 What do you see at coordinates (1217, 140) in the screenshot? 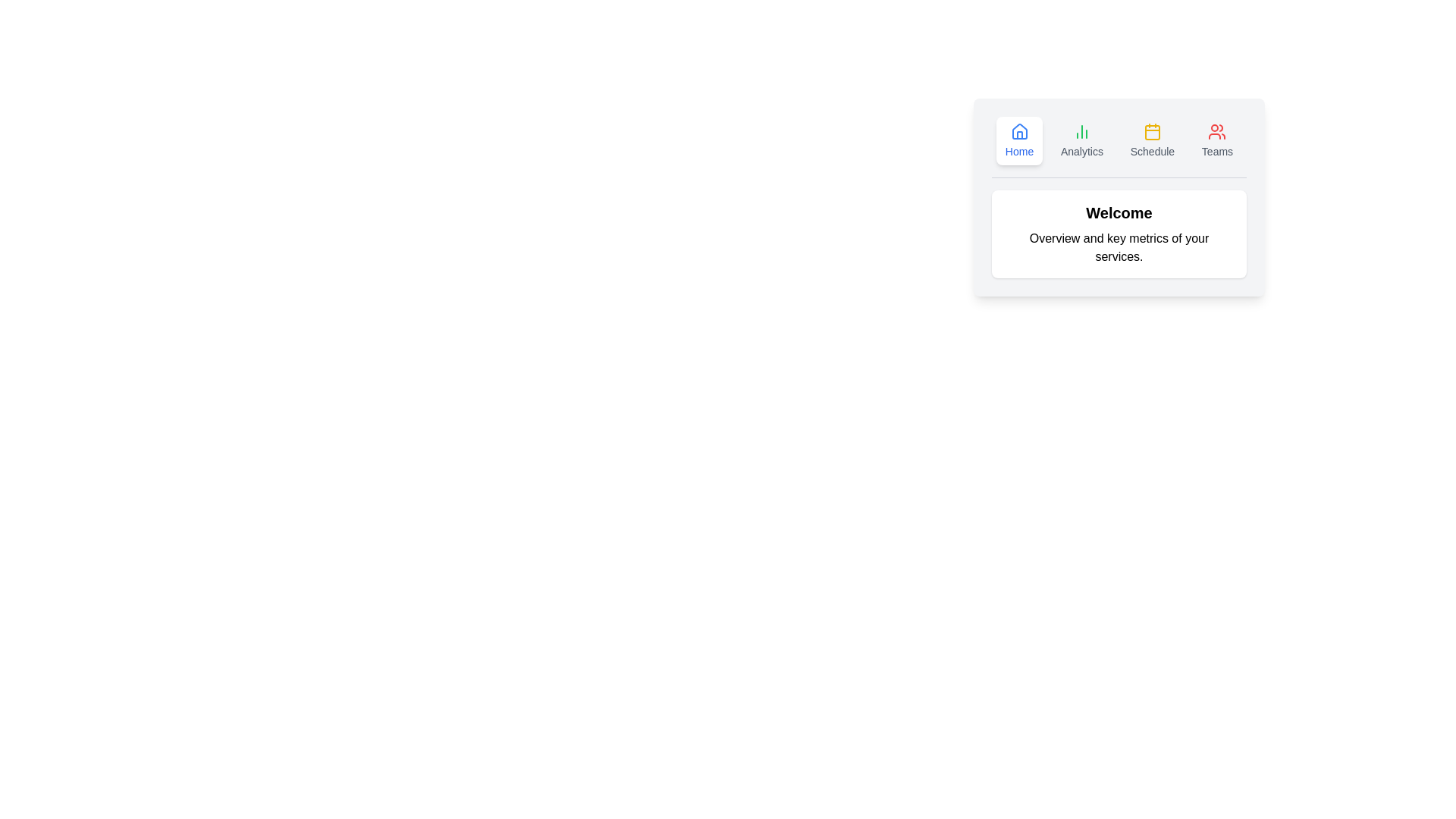
I see `the 'Teams' button, which is the fourth button in a horizontal group of four` at bounding box center [1217, 140].